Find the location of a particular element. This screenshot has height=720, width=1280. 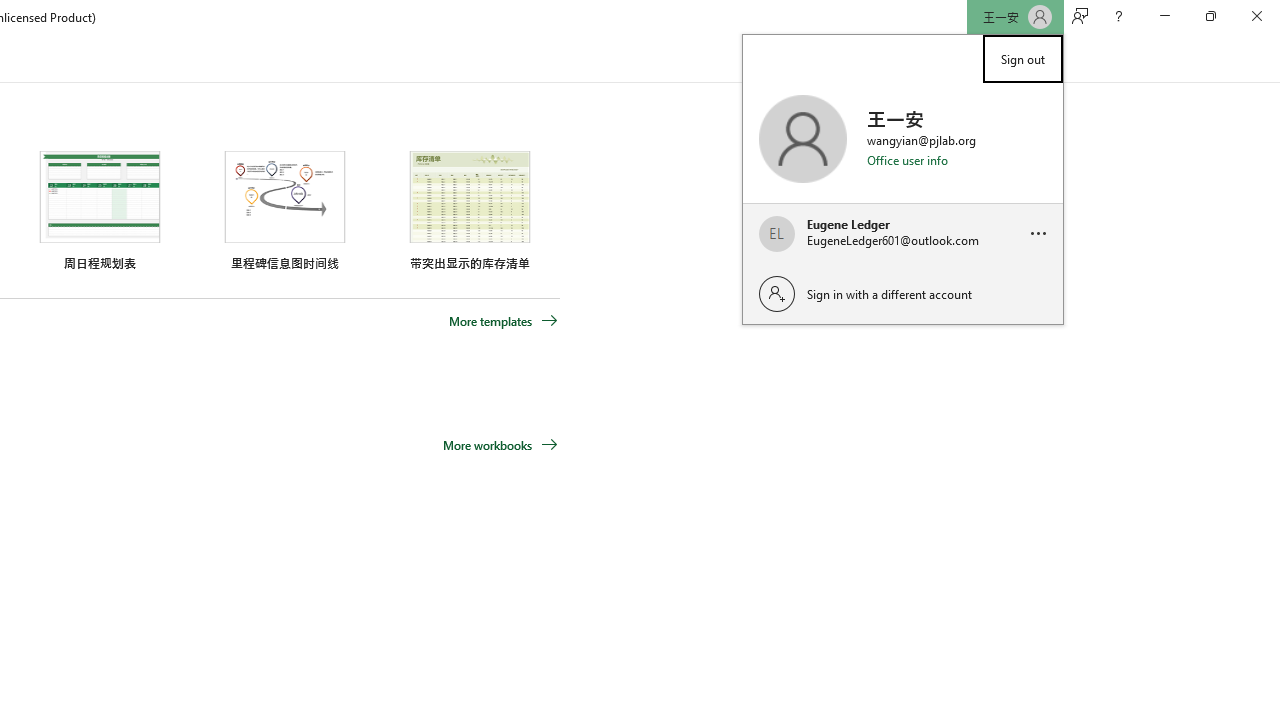

'More workbooks' is located at coordinates (501, 443).